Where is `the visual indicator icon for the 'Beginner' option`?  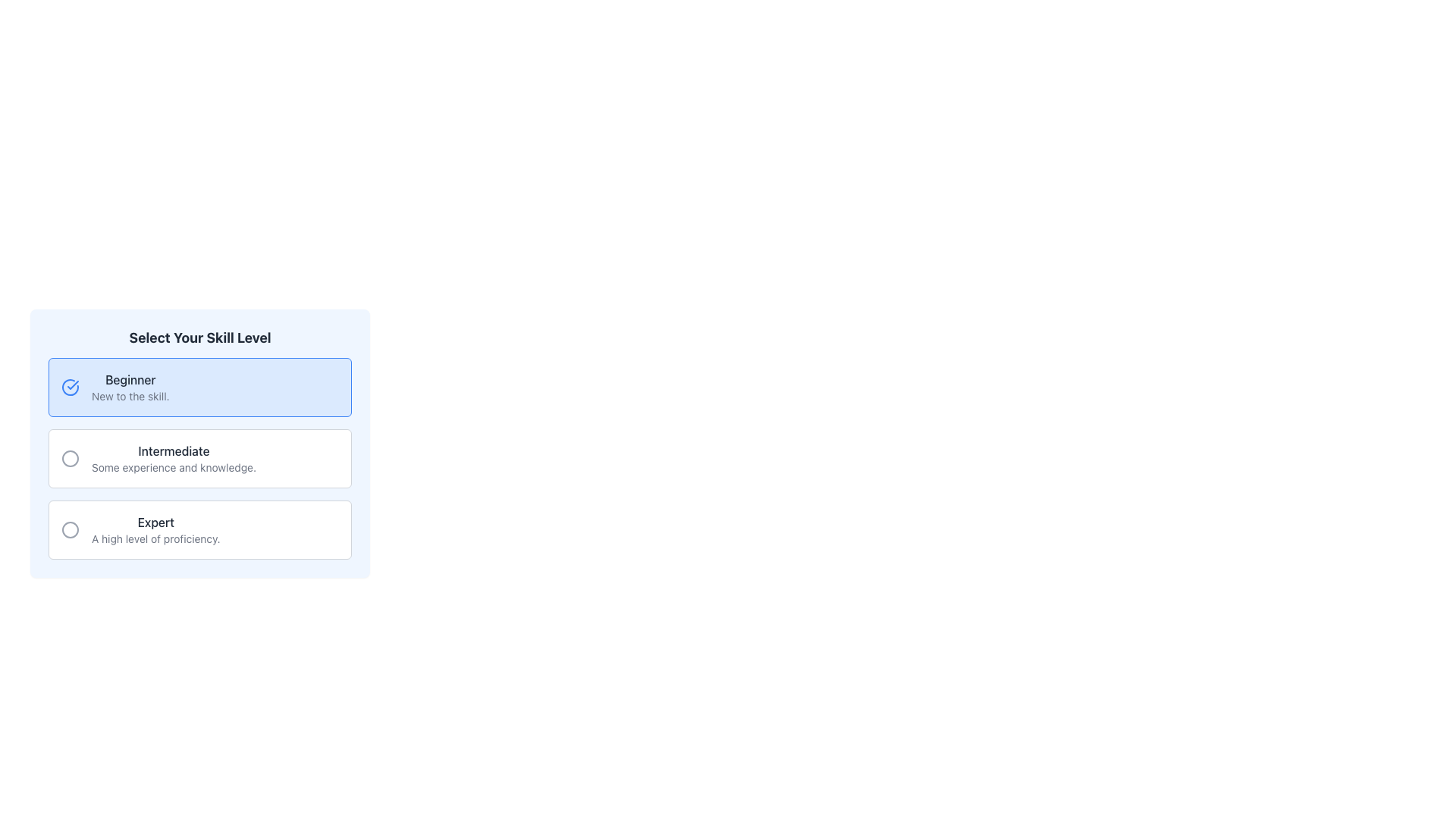
the visual indicator icon for the 'Beginner' option is located at coordinates (69, 386).